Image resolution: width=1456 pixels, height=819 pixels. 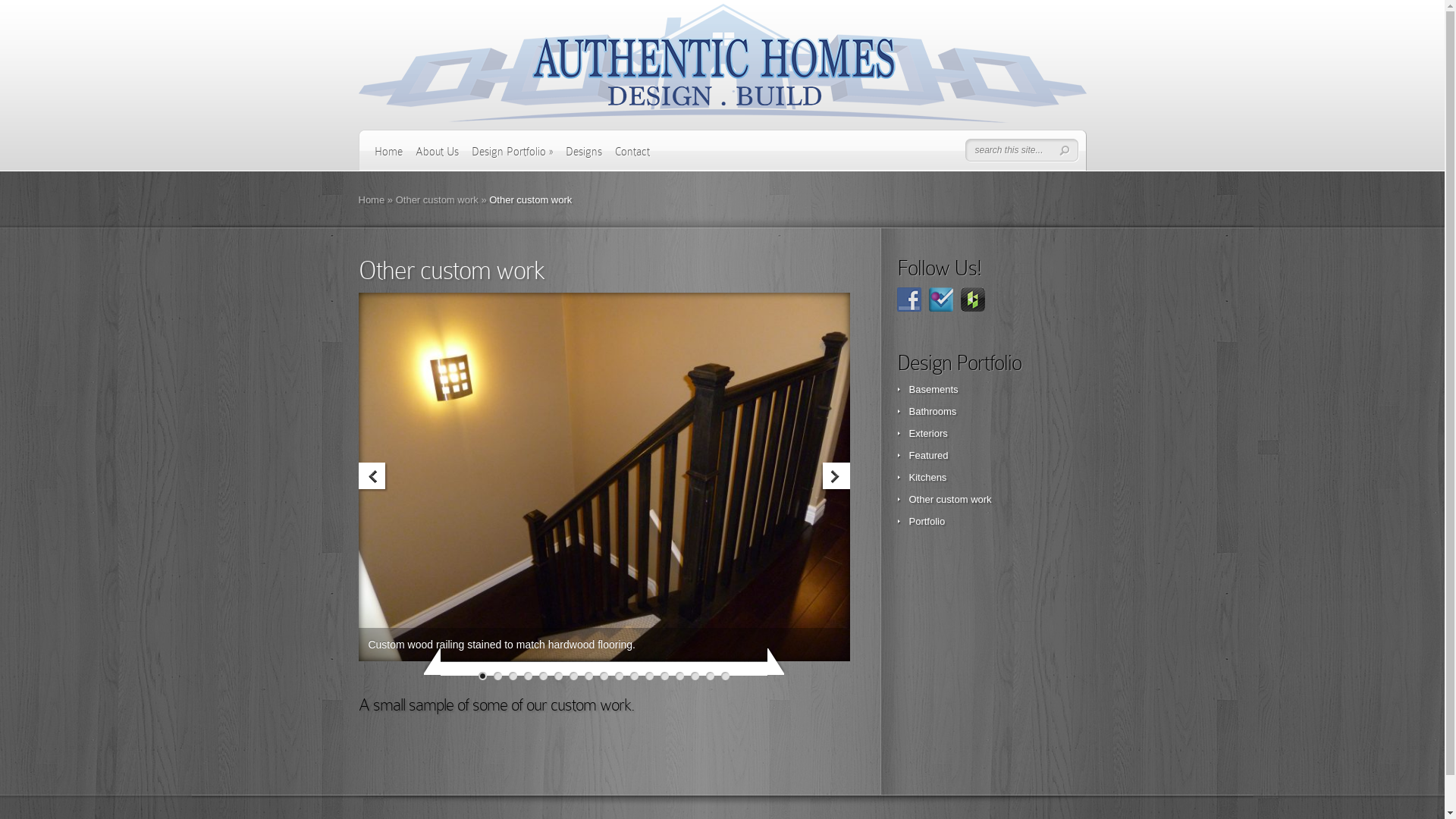 What do you see at coordinates (724, 675) in the screenshot?
I see `'17'` at bounding box center [724, 675].